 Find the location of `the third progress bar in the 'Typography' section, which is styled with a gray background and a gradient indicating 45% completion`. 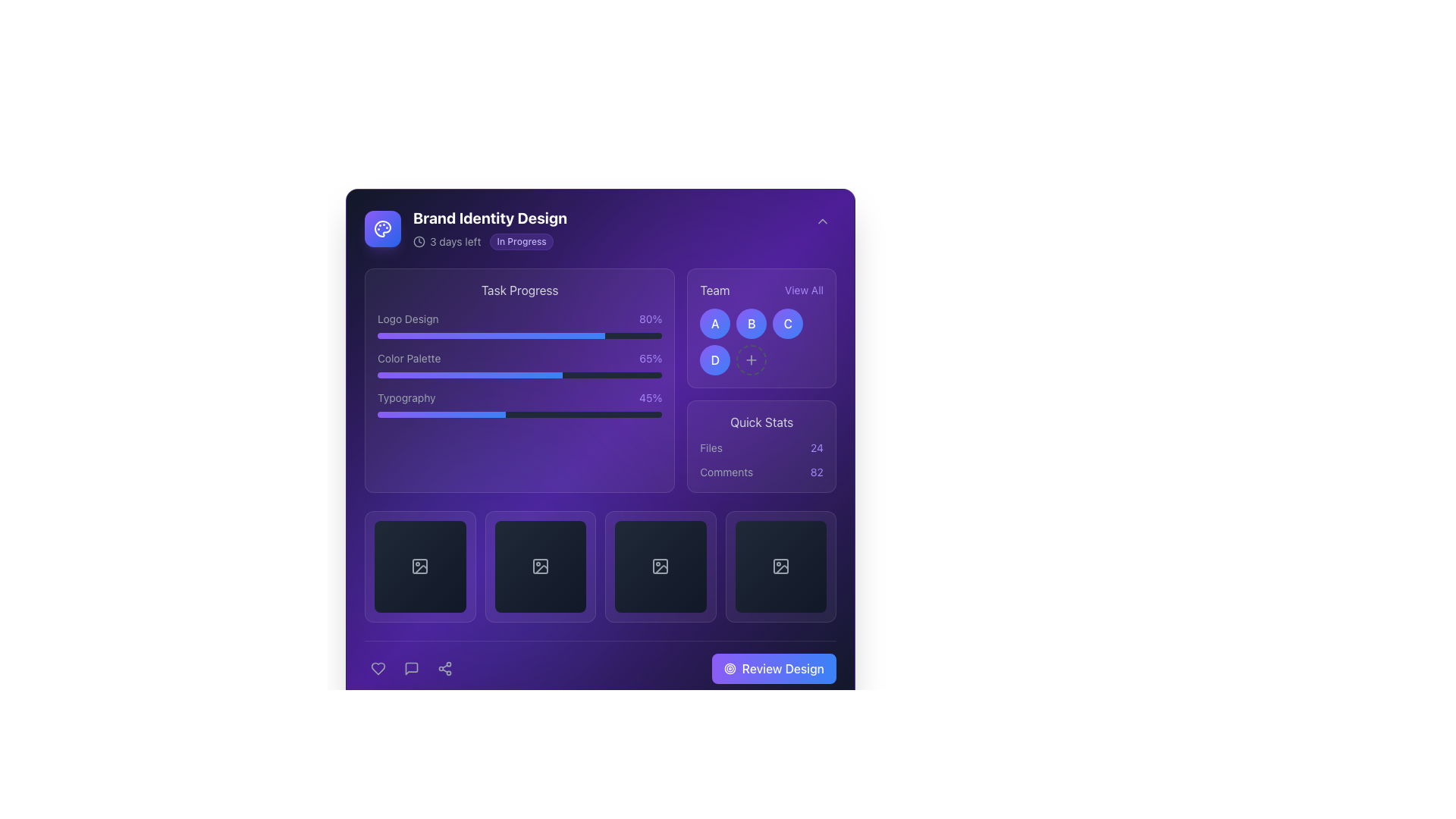

the third progress bar in the 'Typography' section, which is styled with a gray background and a gradient indicating 45% completion is located at coordinates (519, 415).